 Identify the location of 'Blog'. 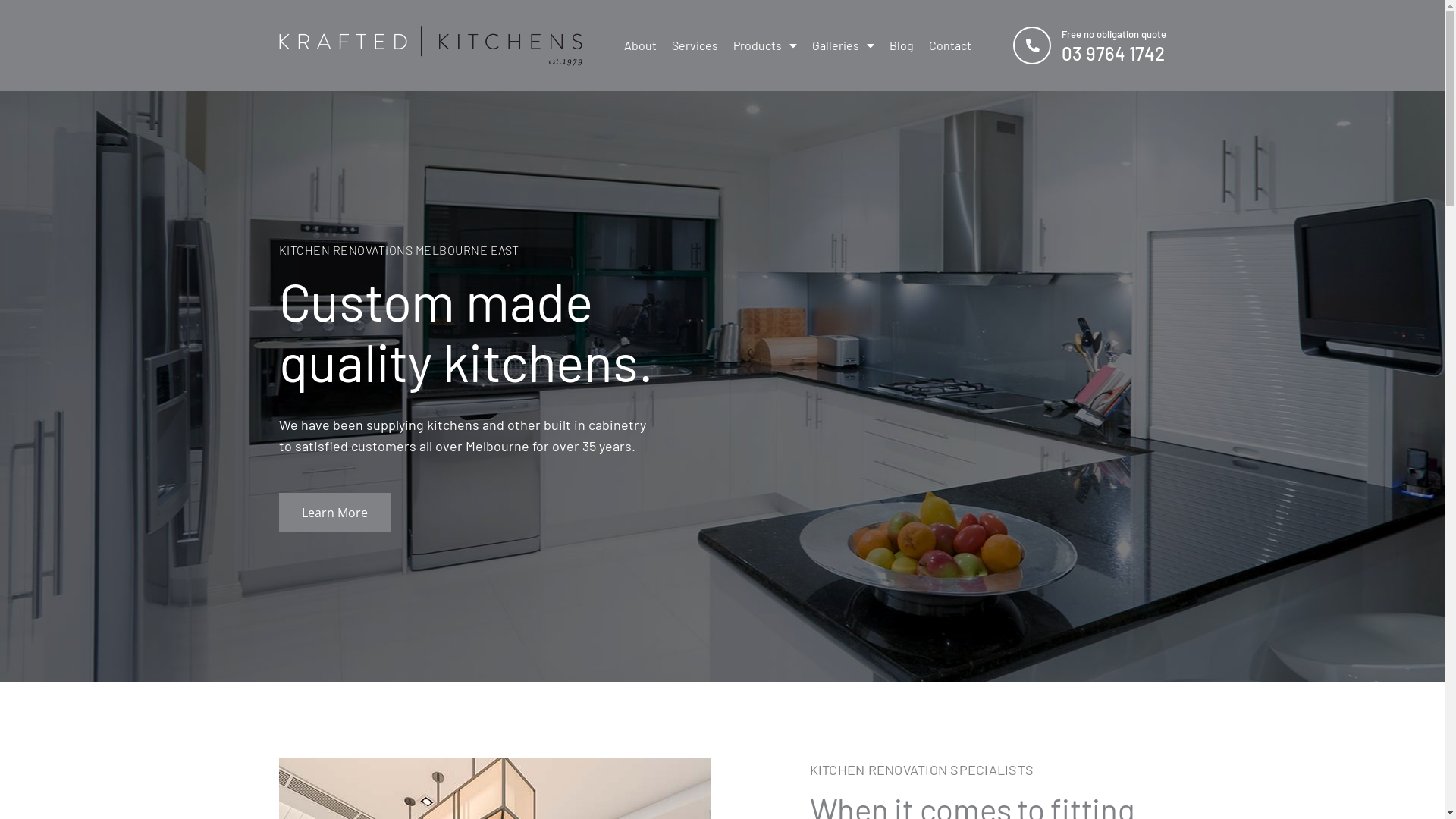
(901, 45).